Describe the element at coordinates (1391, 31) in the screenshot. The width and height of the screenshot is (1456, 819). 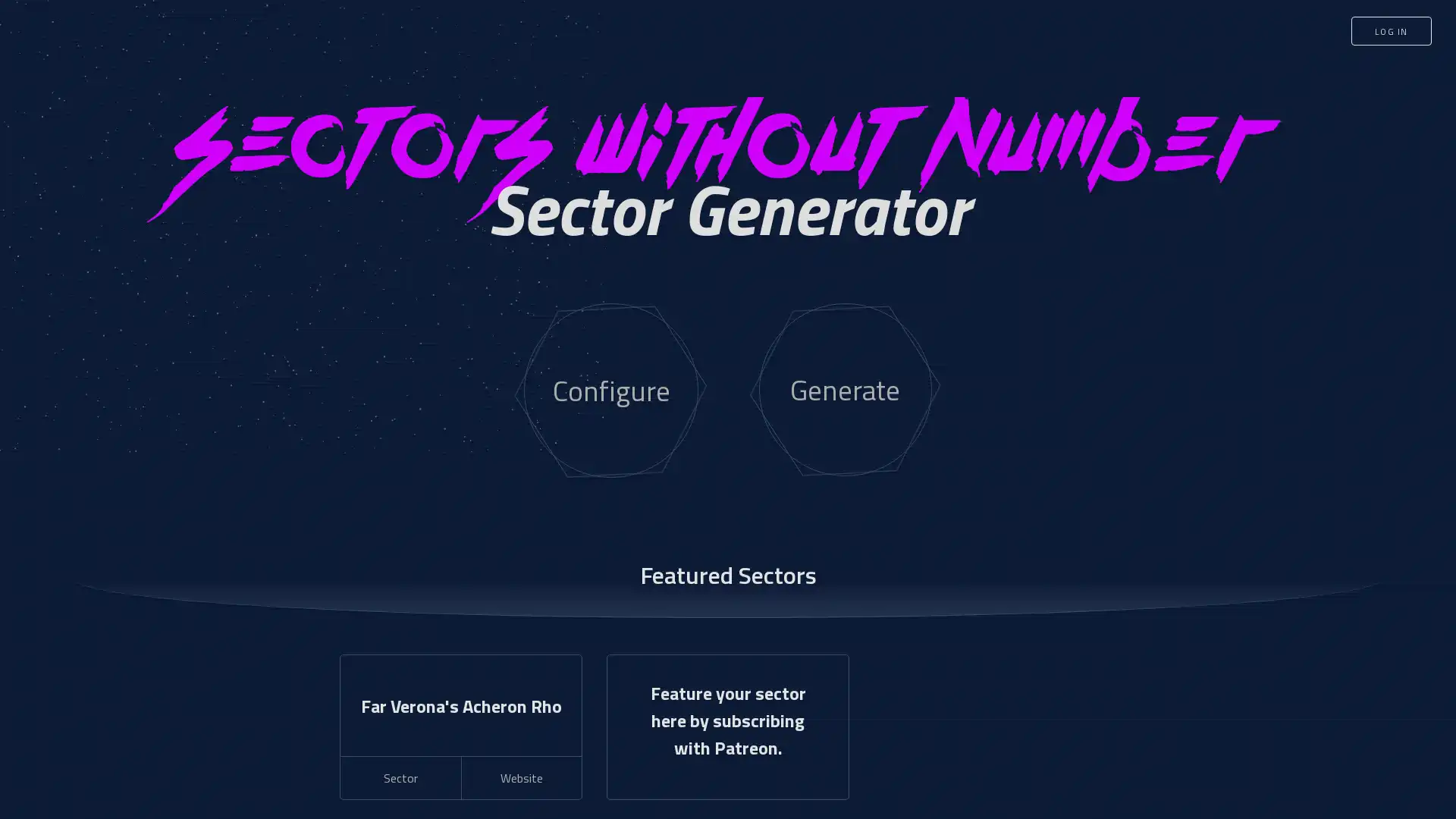
I see `LOG IN` at that location.